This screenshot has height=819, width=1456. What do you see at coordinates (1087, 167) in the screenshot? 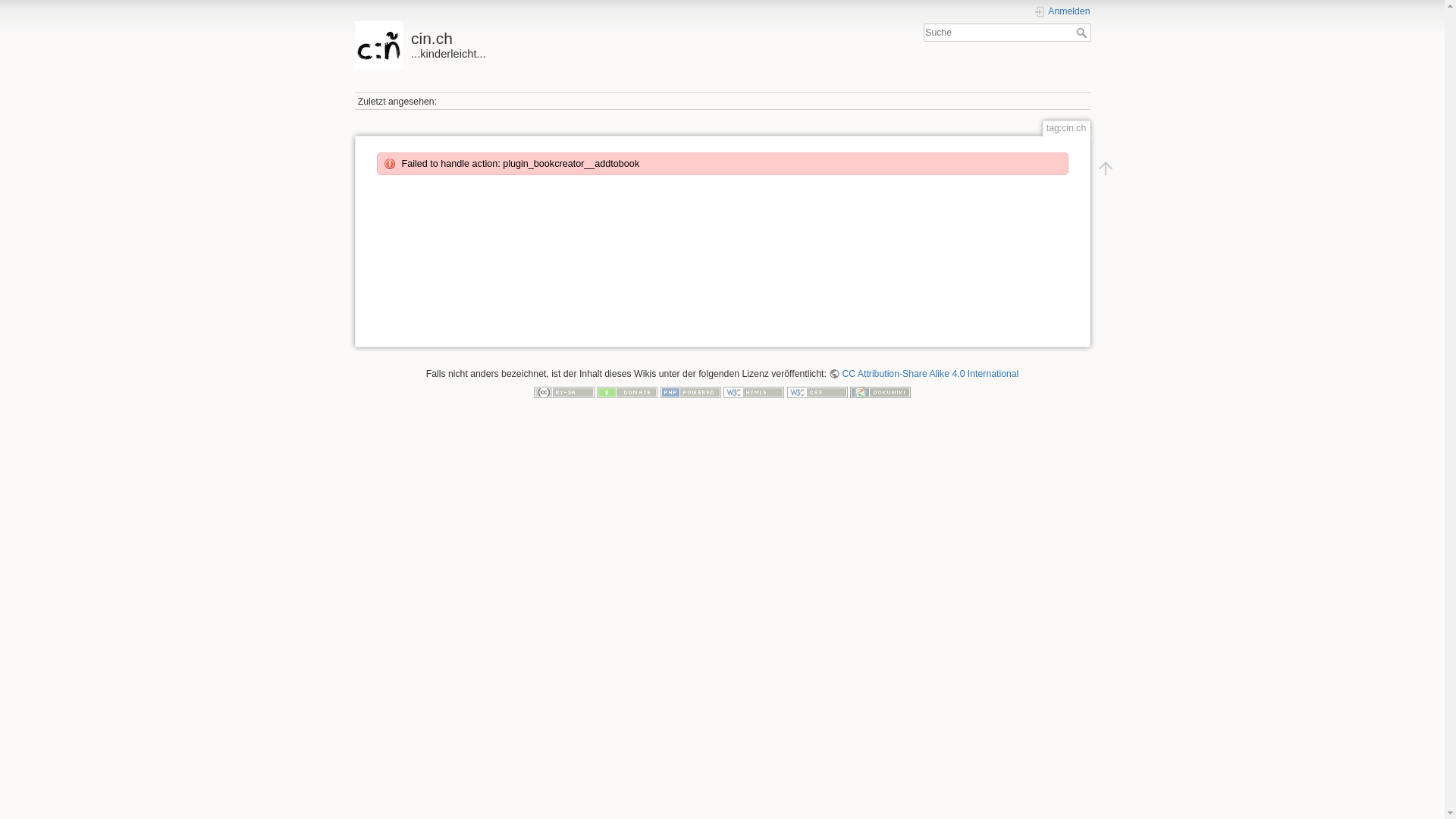
I see `'Nach oben [t]'` at bounding box center [1087, 167].